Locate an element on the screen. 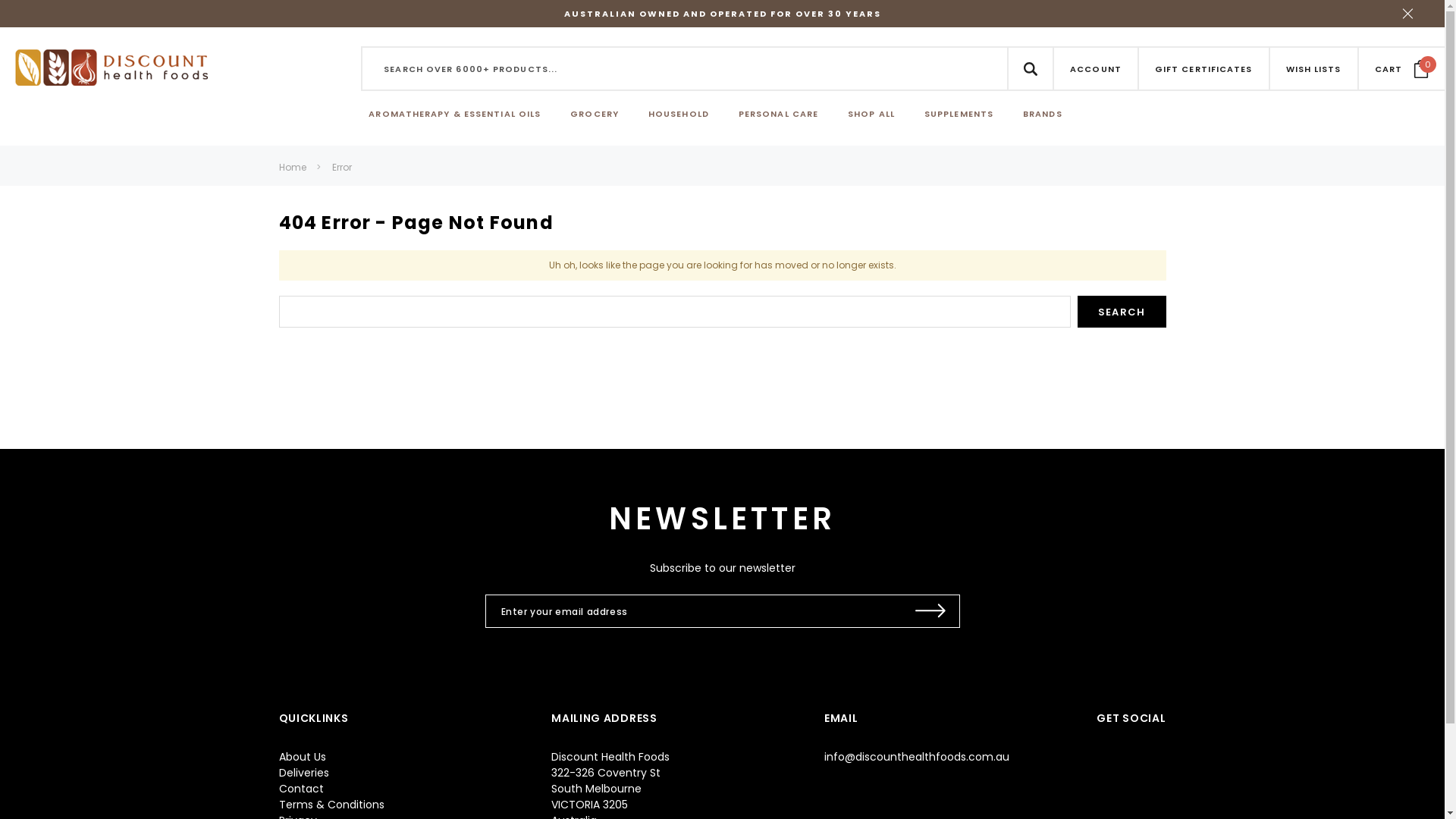 The height and width of the screenshot is (819, 1456). 'CART is located at coordinates (1401, 67).